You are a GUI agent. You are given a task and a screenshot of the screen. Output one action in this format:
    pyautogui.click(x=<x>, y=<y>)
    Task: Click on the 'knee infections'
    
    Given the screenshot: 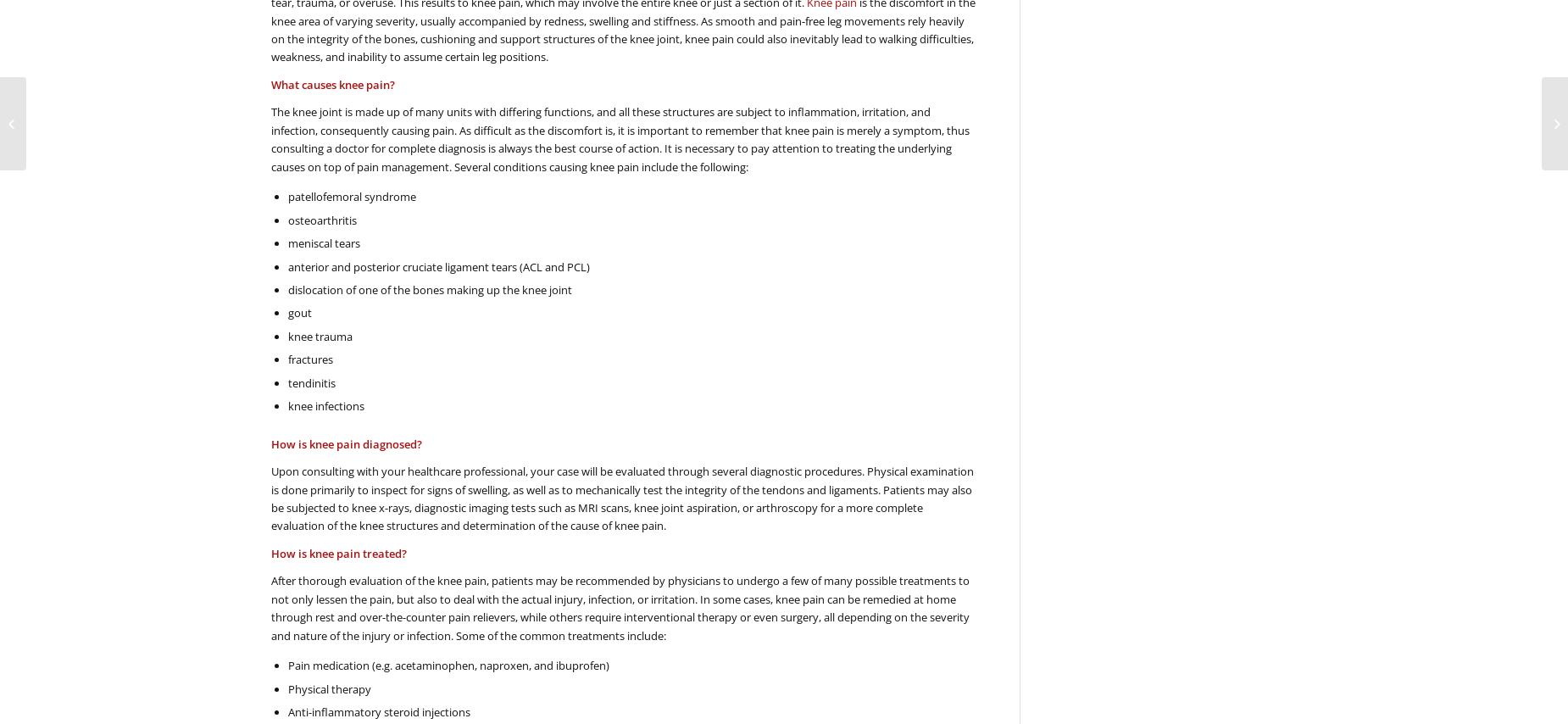 What is the action you would take?
    pyautogui.click(x=325, y=406)
    